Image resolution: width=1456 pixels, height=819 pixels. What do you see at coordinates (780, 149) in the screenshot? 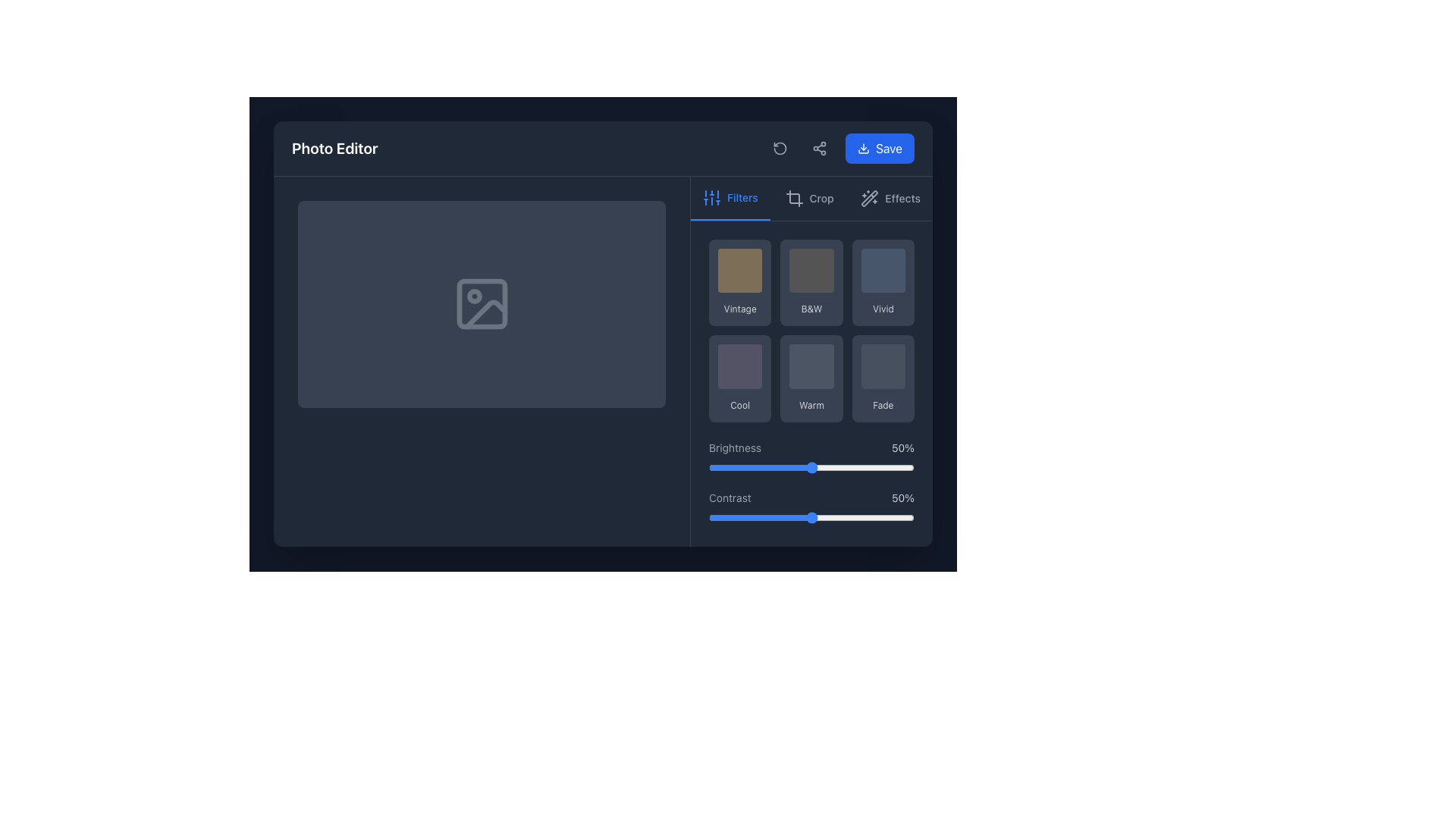
I see `the reset button located in the top-right toolbar, which is indicated by a counterclockwise arrow design` at bounding box center [780, 149].